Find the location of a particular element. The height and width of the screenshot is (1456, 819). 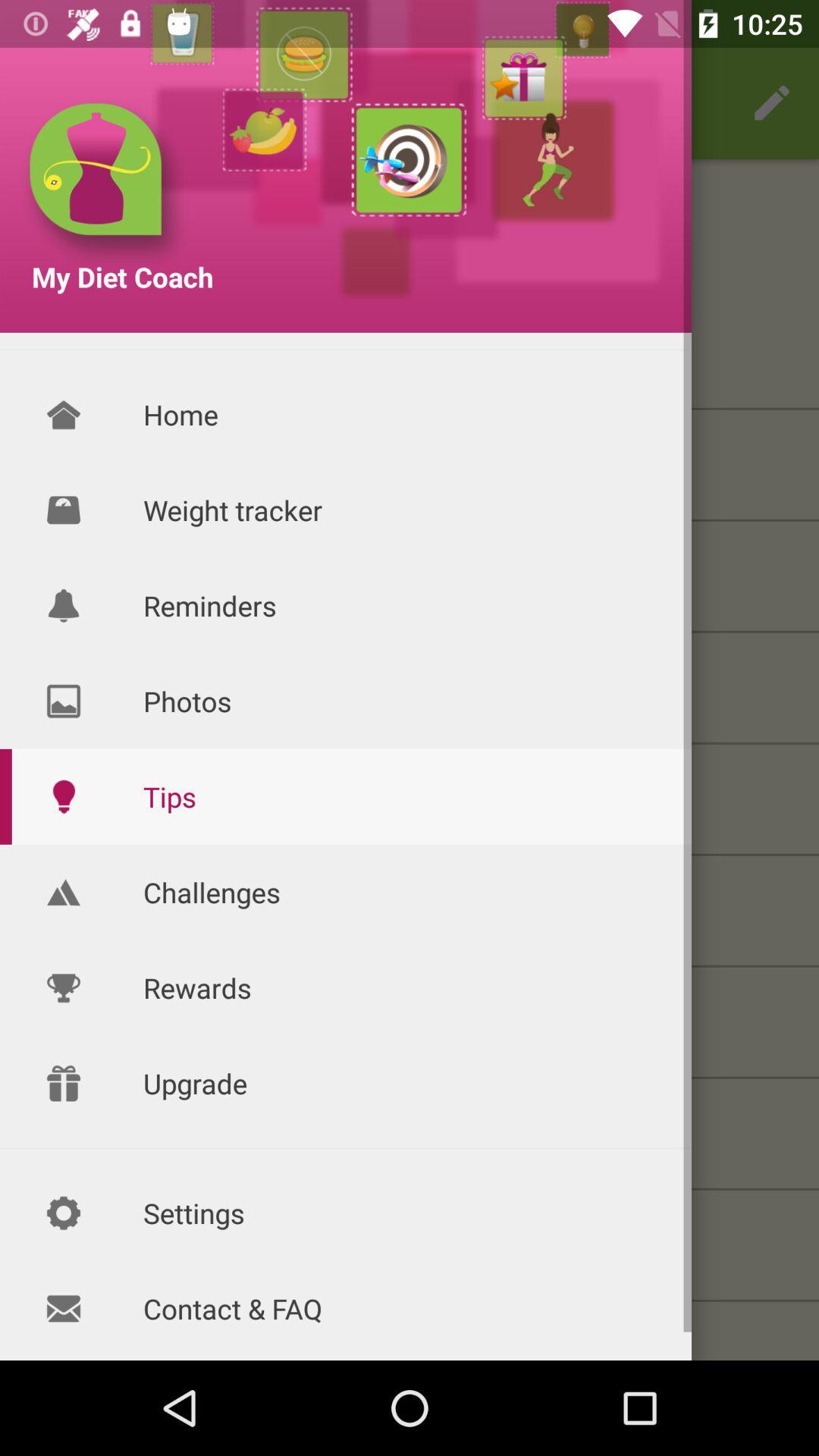

the photos icon is located at coordinates (71, 688).